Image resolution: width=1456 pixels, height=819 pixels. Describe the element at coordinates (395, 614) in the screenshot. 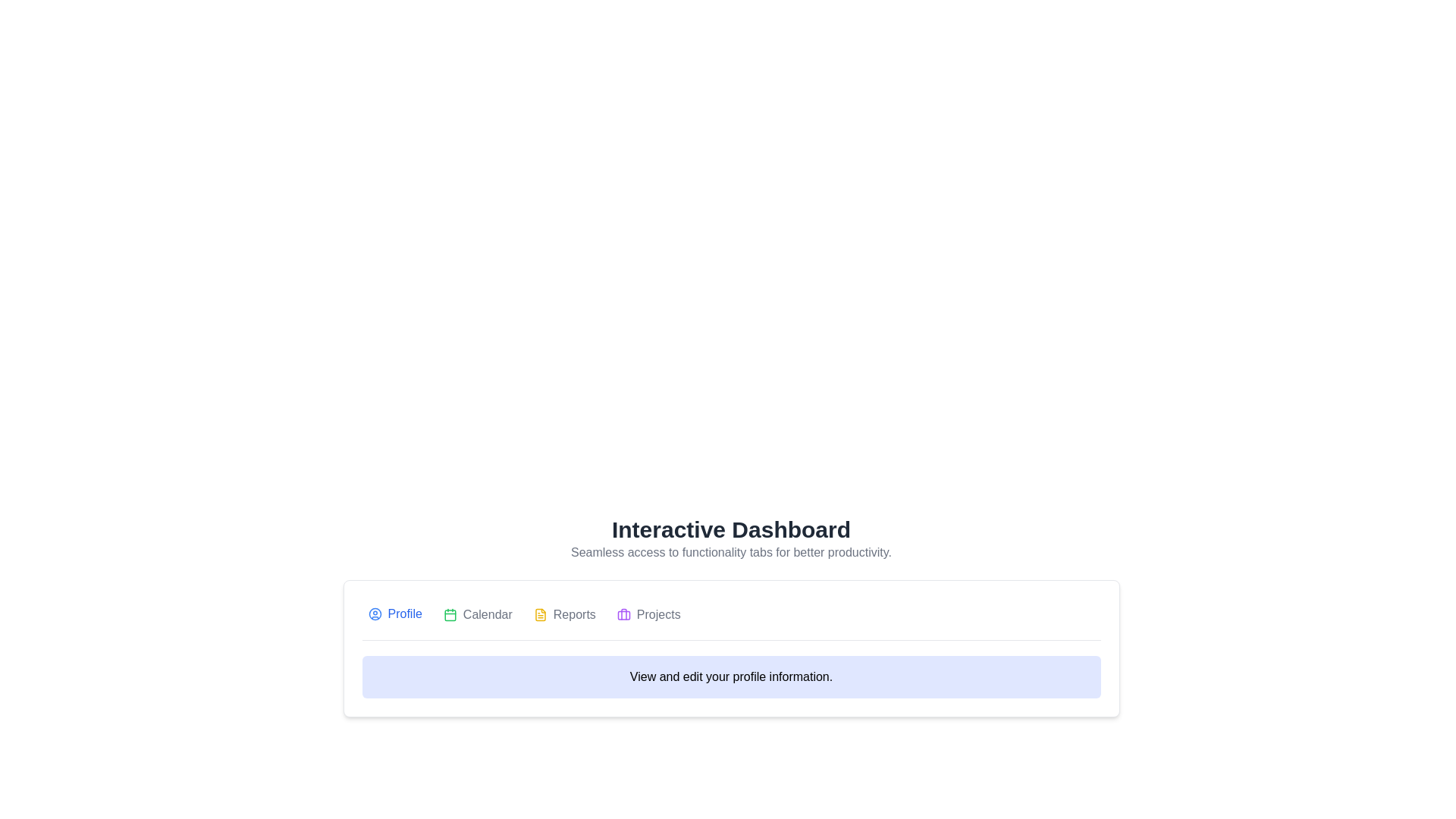

I see `the blue 'Profile' button with a user silhouette icon` at that location.